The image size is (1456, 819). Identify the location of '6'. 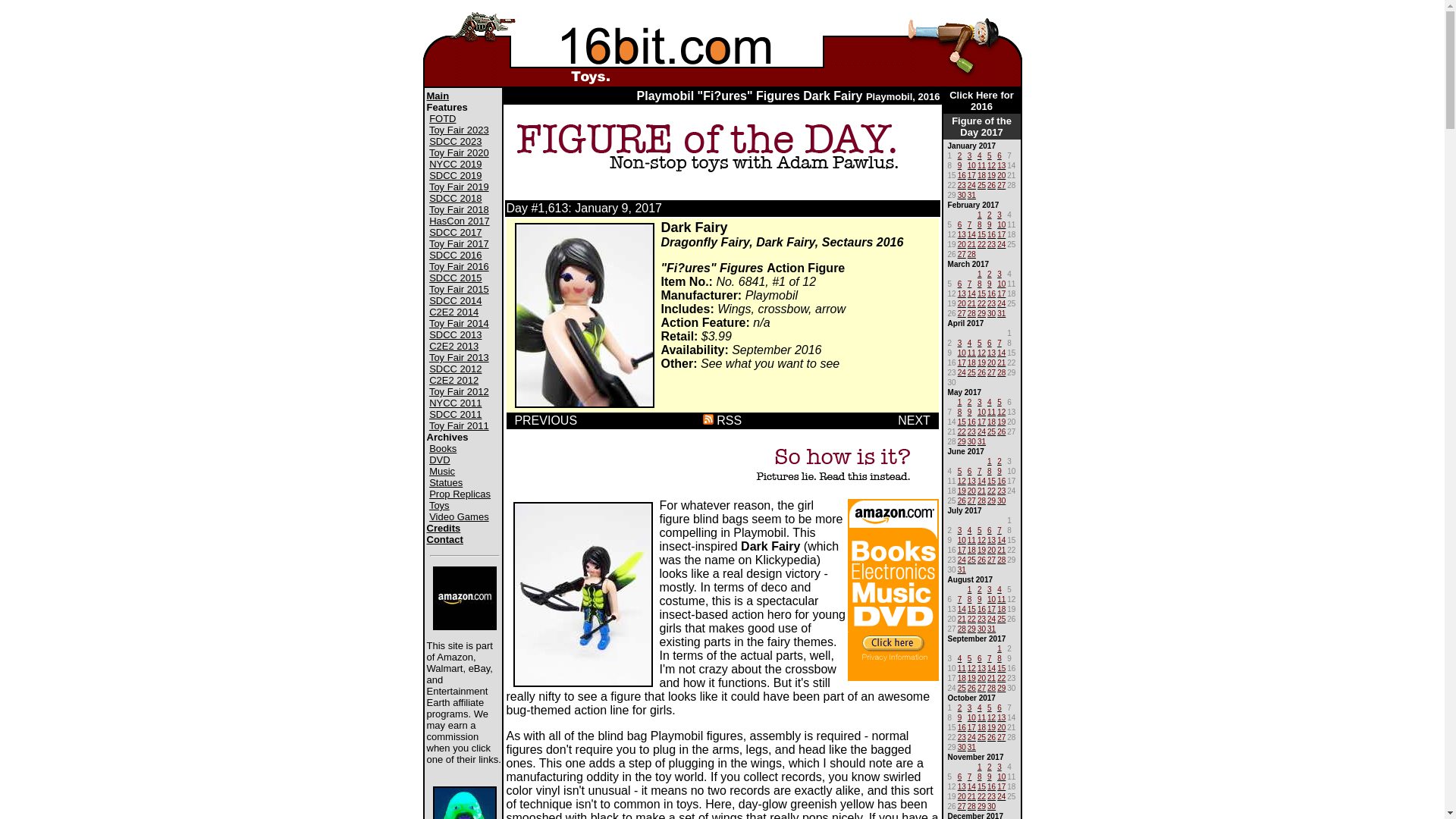
(990, 528).